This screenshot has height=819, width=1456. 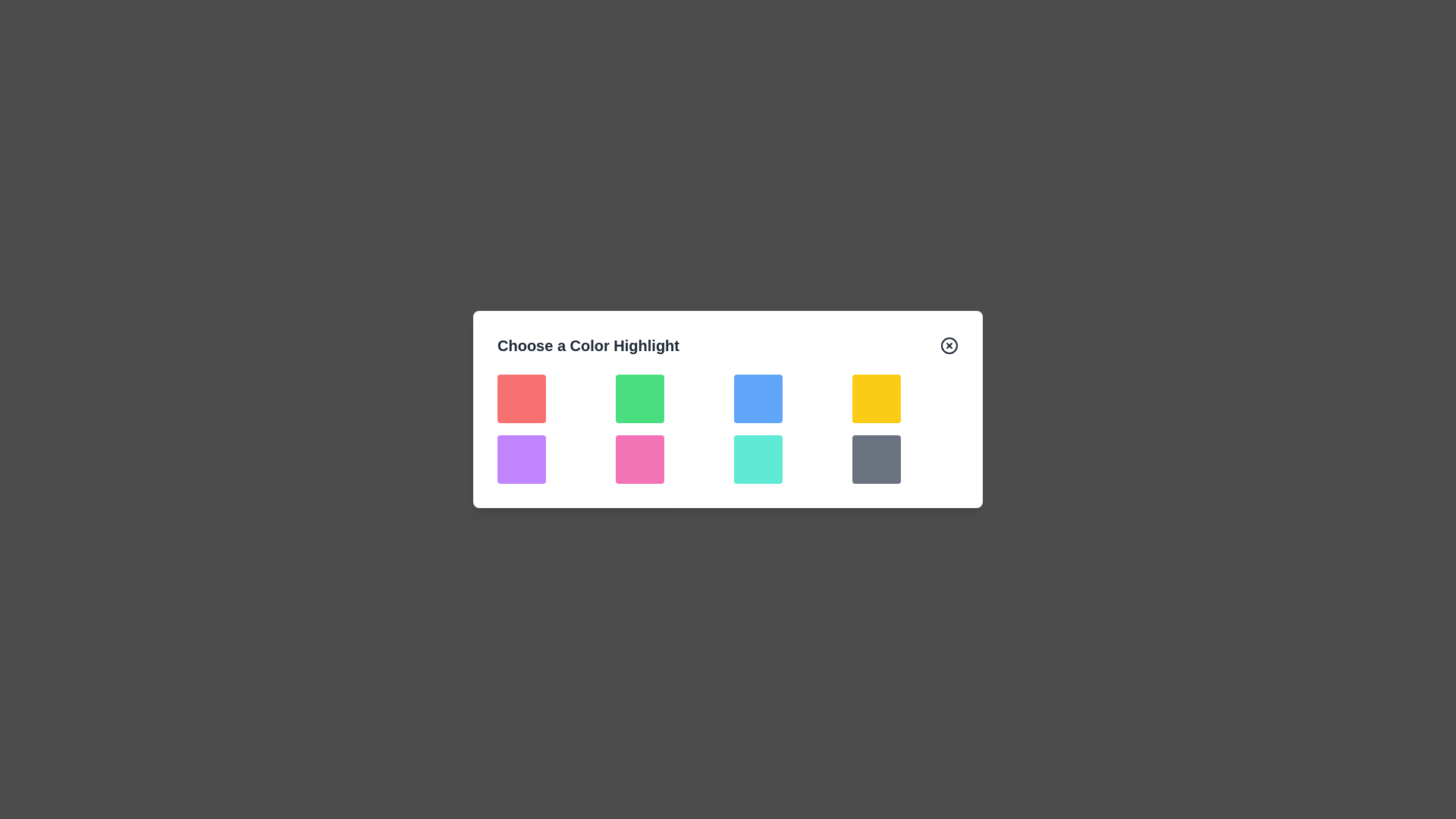 What do you see at coordinates (640, 397) in the screenshot?
I see `the color block corresponding to green` at bounding box center [640, 397].